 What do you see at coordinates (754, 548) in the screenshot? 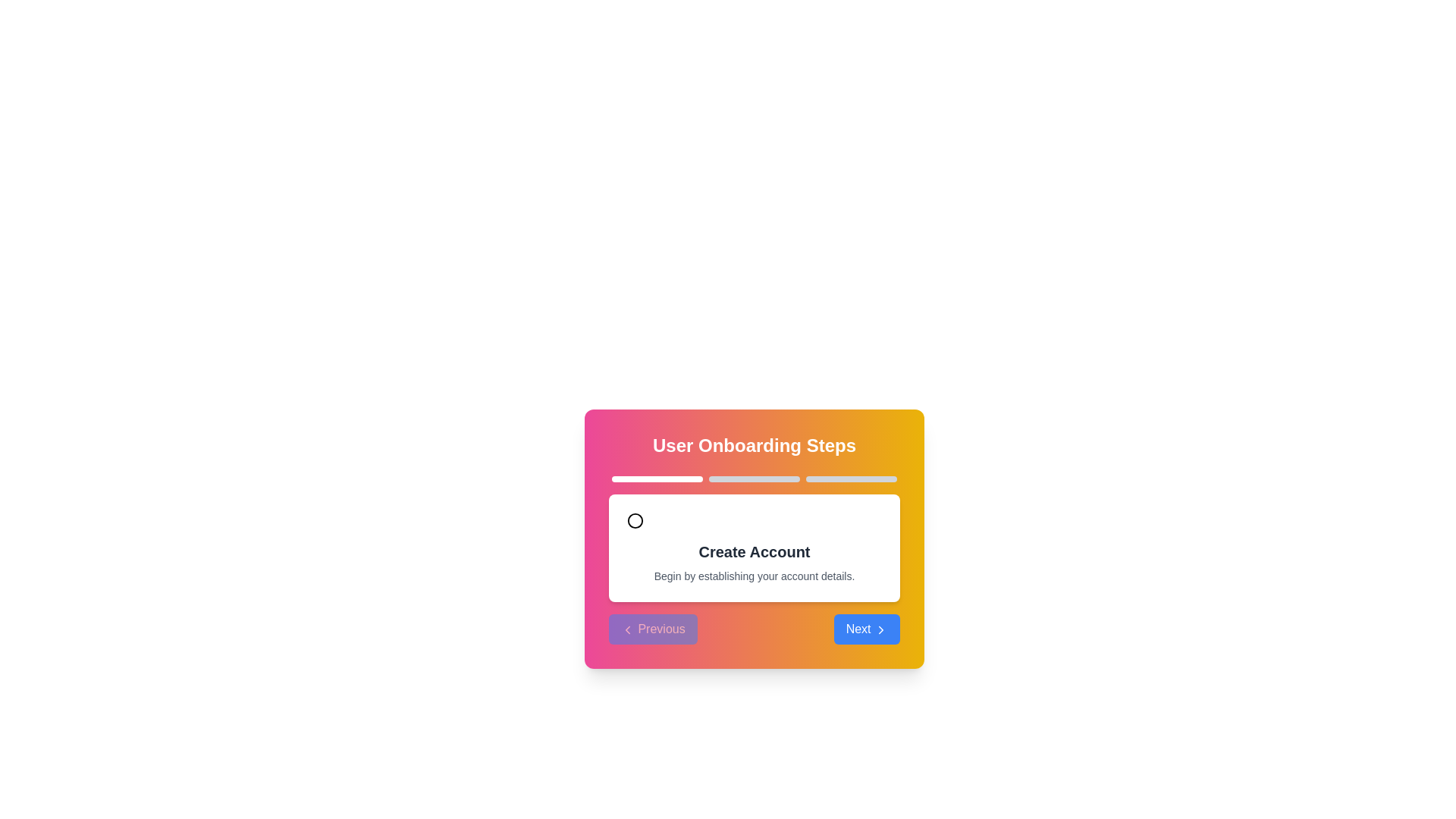
I see `the Informational Card that presents the 'Create Account' step in the onboarding process, which is centrally located below the title 'User Onboarding Steps' and above the navigation buttons` at bounding box center [754, 548].